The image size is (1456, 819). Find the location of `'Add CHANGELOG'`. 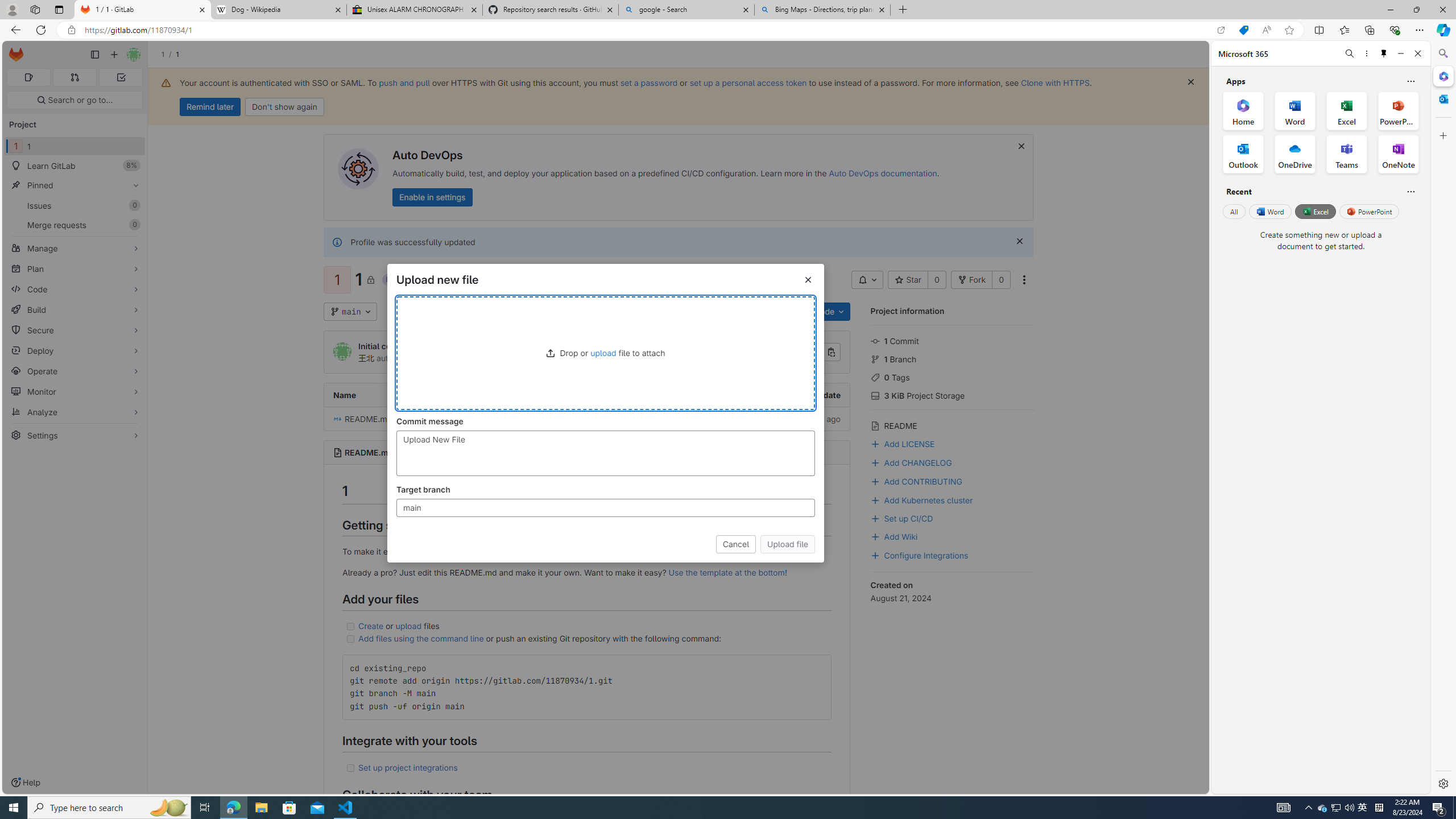

'Add CHANGELOG' is located at coordinates (911, 461).